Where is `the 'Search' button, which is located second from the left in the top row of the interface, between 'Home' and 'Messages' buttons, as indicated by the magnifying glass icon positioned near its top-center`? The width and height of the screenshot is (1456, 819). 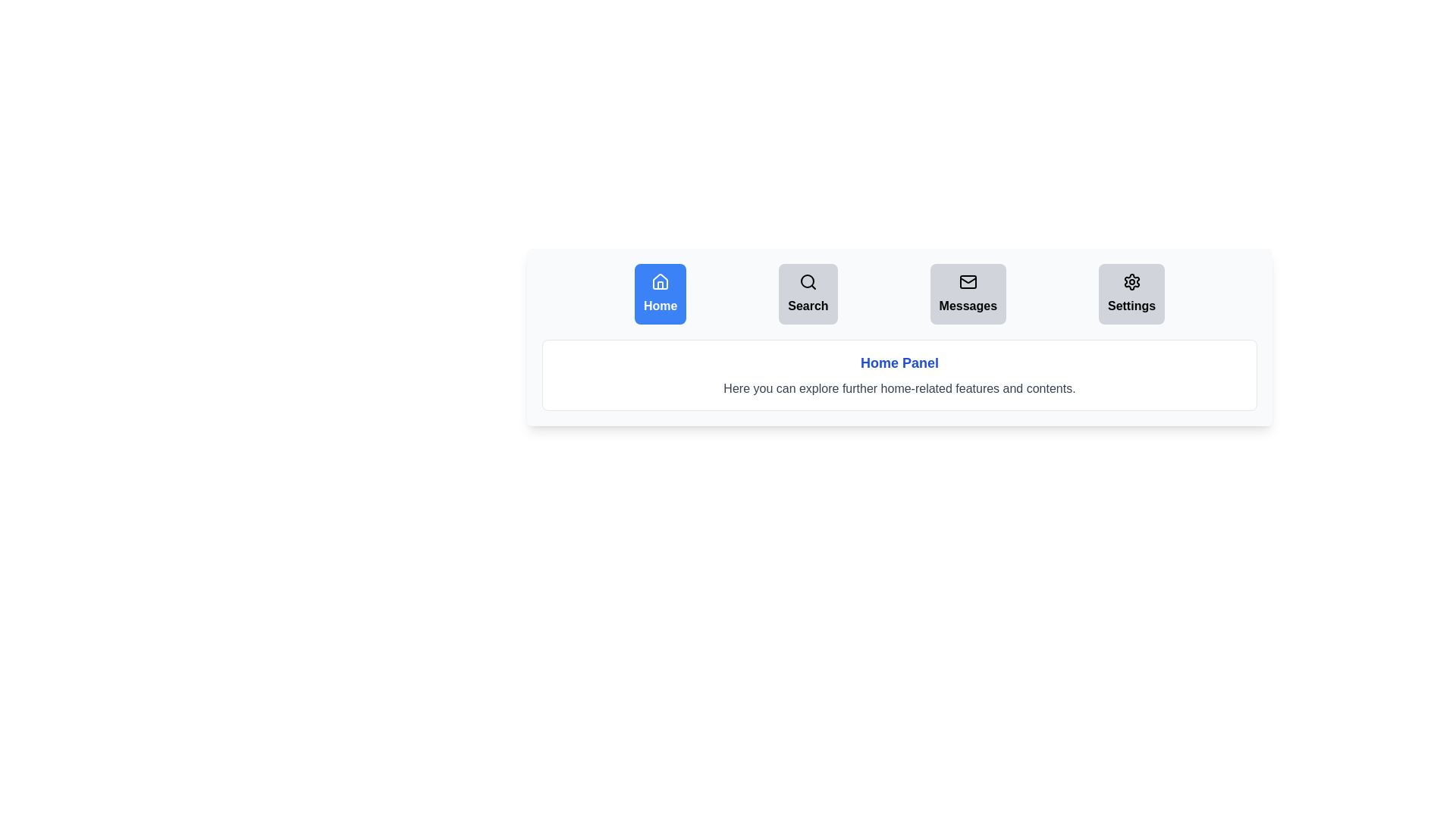
the 'Search' button, which is located second from the left in the top row of the interface, between 'Home' and 'Messages' buttons, as indicated by the magnifying glass icon positioned near its top-center is located at coordinates (807, 281).